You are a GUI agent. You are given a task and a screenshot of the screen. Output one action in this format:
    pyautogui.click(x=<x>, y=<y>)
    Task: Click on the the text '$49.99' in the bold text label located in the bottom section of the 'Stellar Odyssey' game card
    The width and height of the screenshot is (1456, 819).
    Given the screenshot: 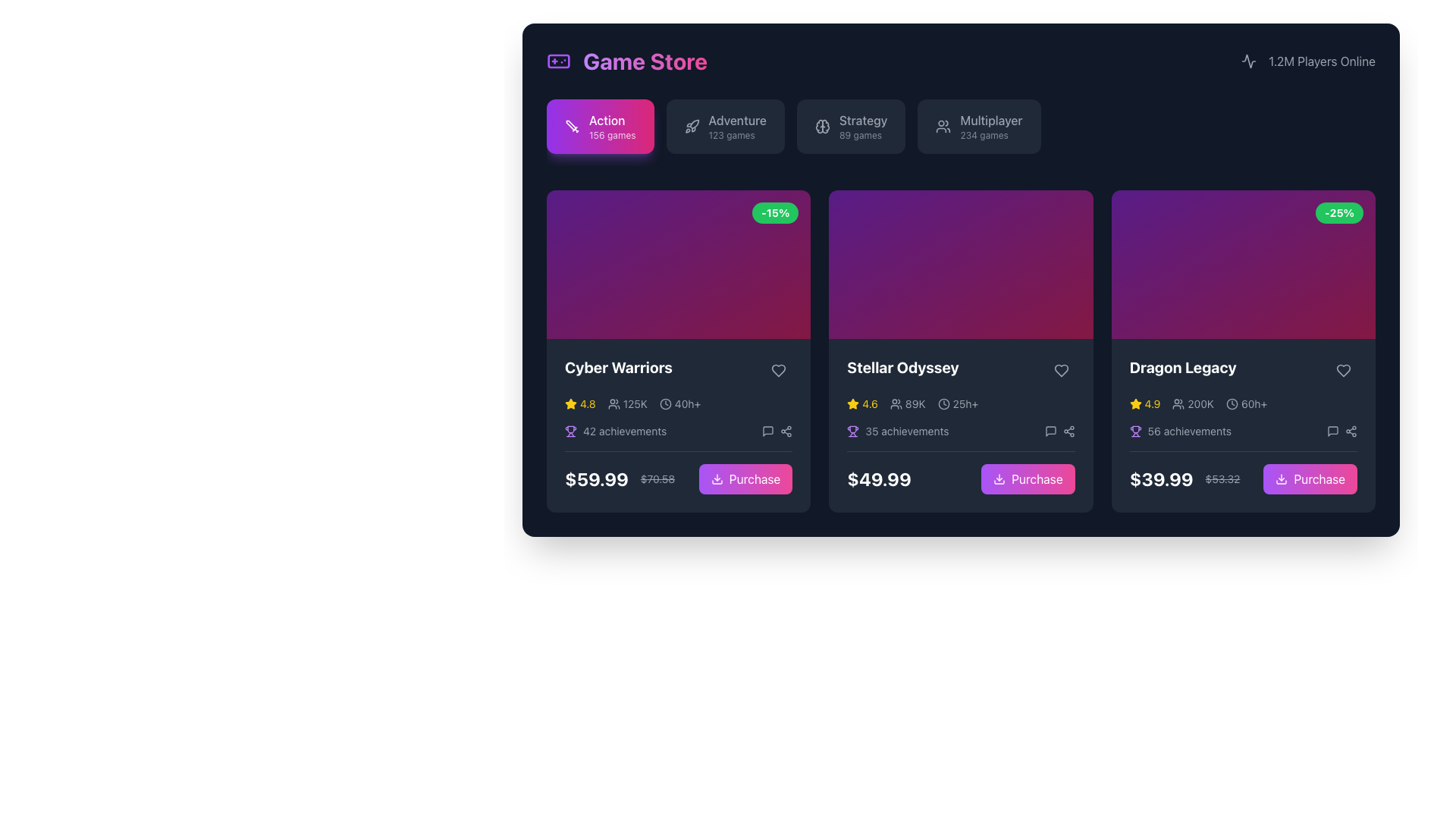 What is the action you would take?
    pyautogui.click(x=879, y=479)
    